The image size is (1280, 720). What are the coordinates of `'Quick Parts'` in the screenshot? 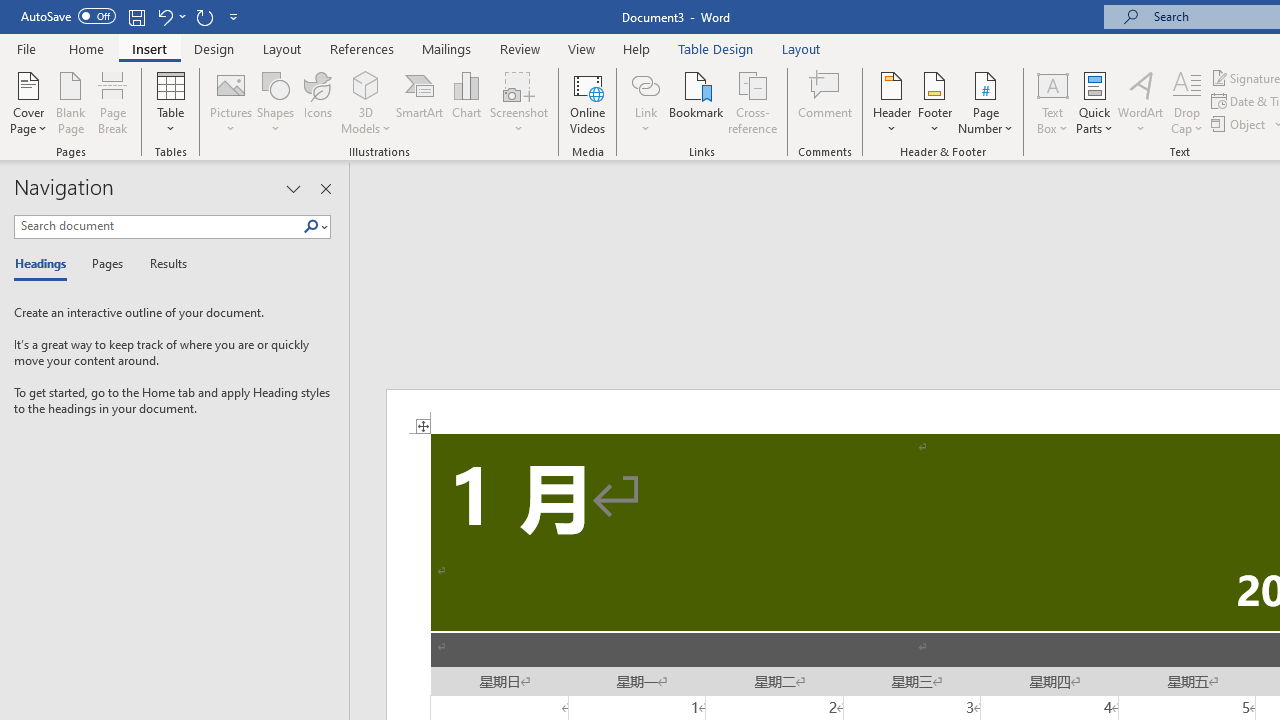 It's located at (1094, 103).